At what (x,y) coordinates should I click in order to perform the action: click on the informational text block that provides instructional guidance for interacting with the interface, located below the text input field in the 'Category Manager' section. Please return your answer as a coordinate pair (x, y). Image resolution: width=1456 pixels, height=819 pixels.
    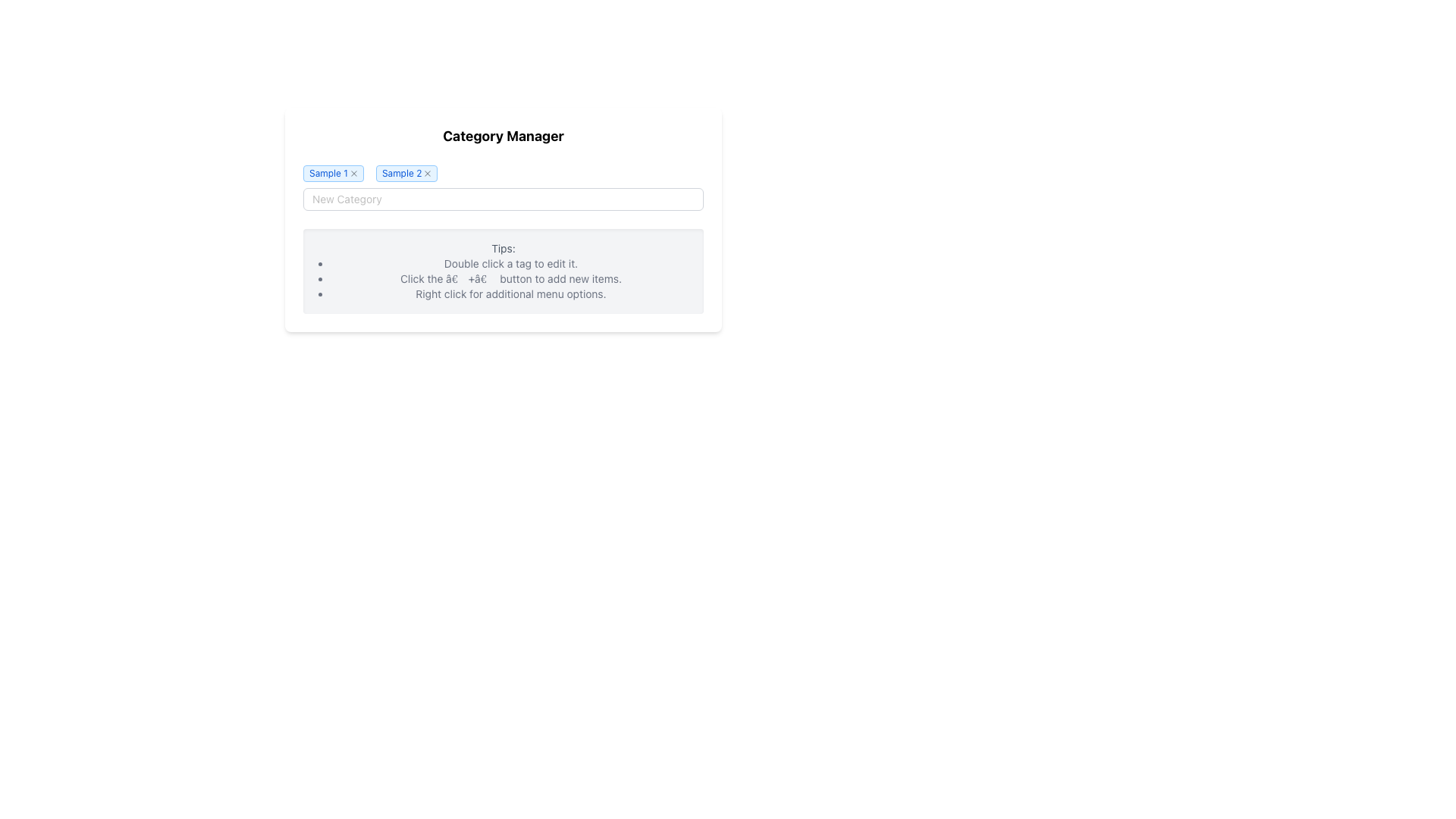
    Looking at the image, I should click on (503, 271).